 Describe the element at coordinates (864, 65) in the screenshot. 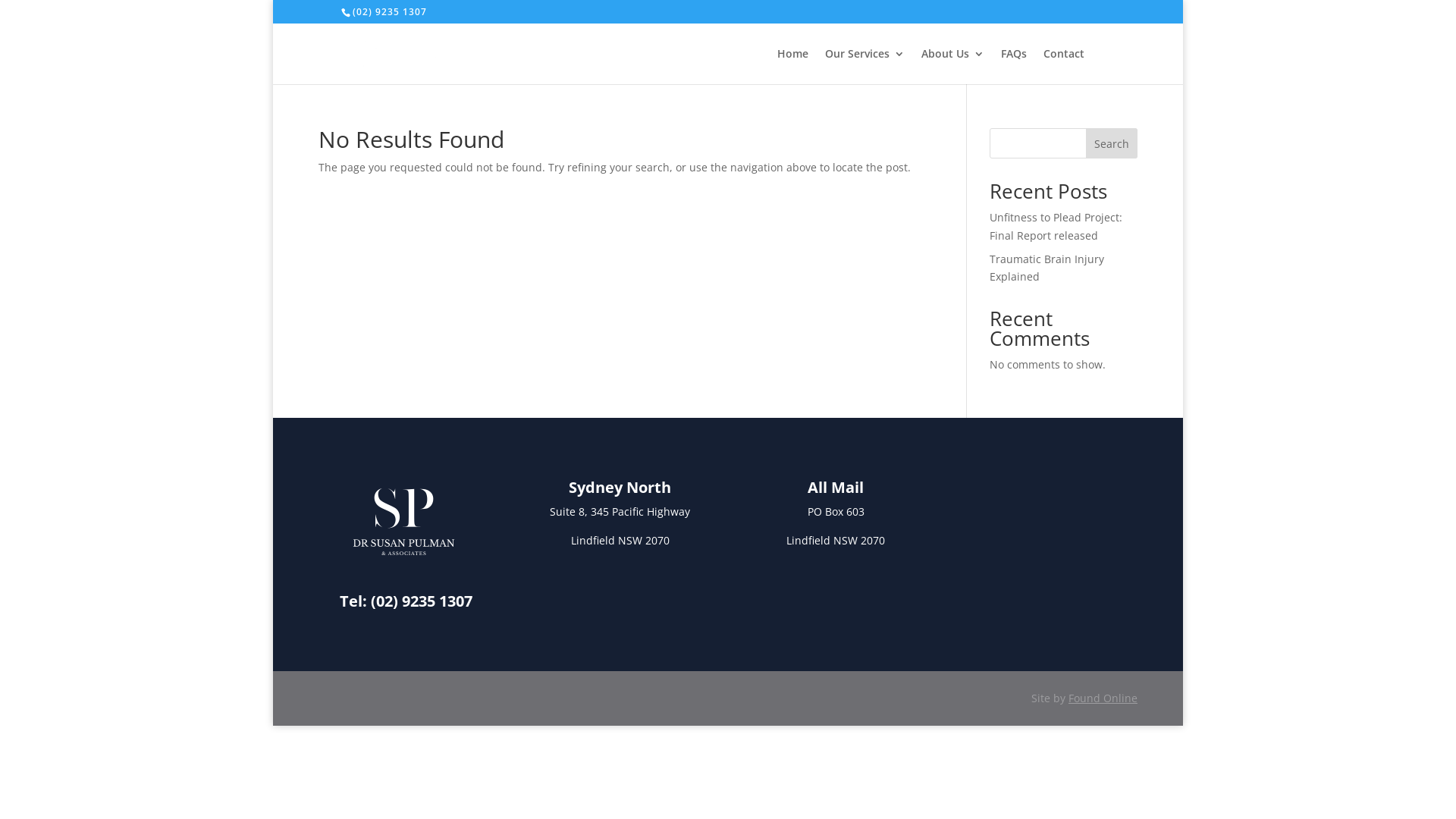

I see `'Our Services'` at that location.